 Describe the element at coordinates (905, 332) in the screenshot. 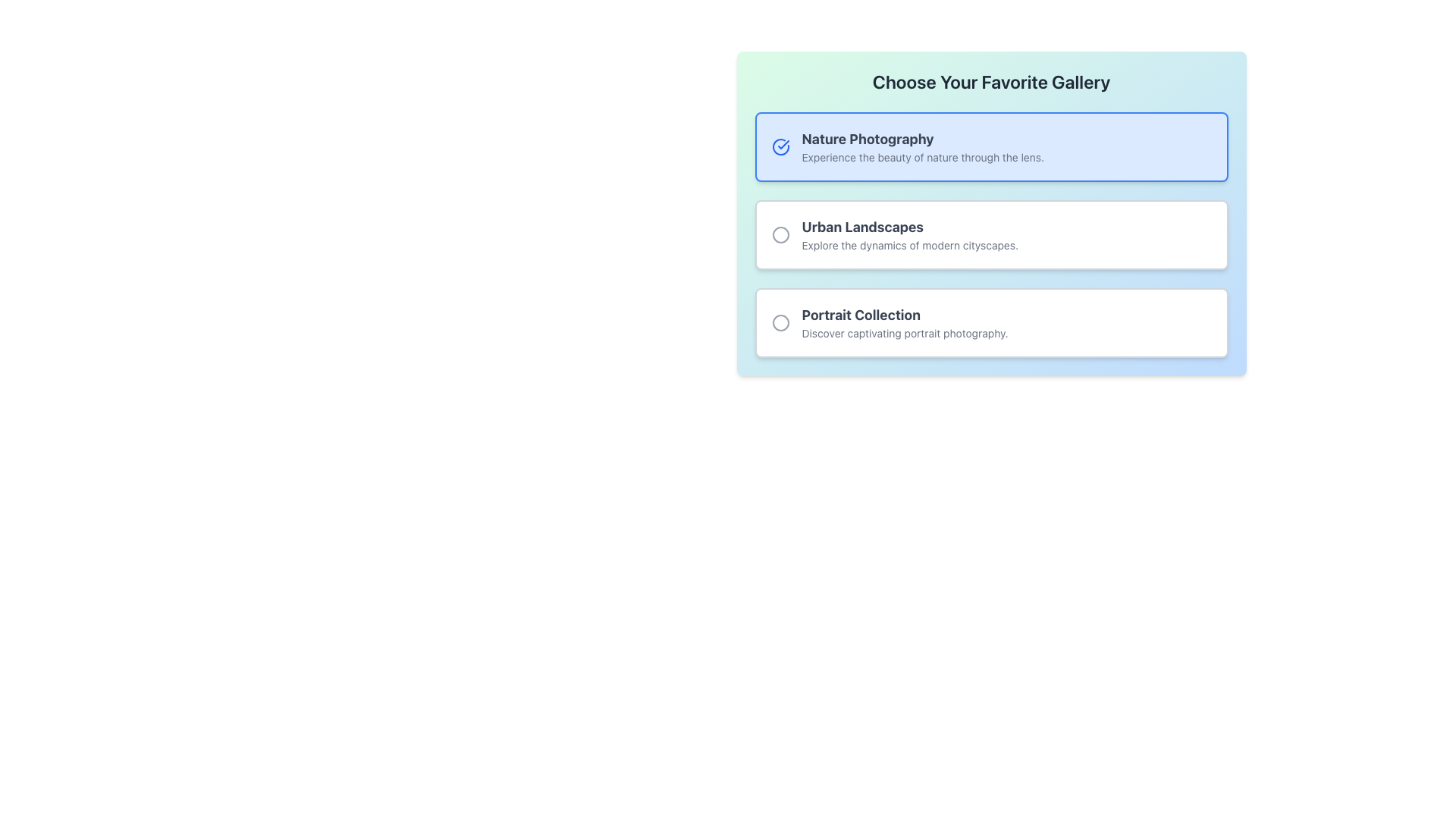

I see `supplementary text providing a brief description of the 'Portrait Collection' selection option, which is positioned below the 'Portrait Collection' text in the vertical list of choices` at that location.